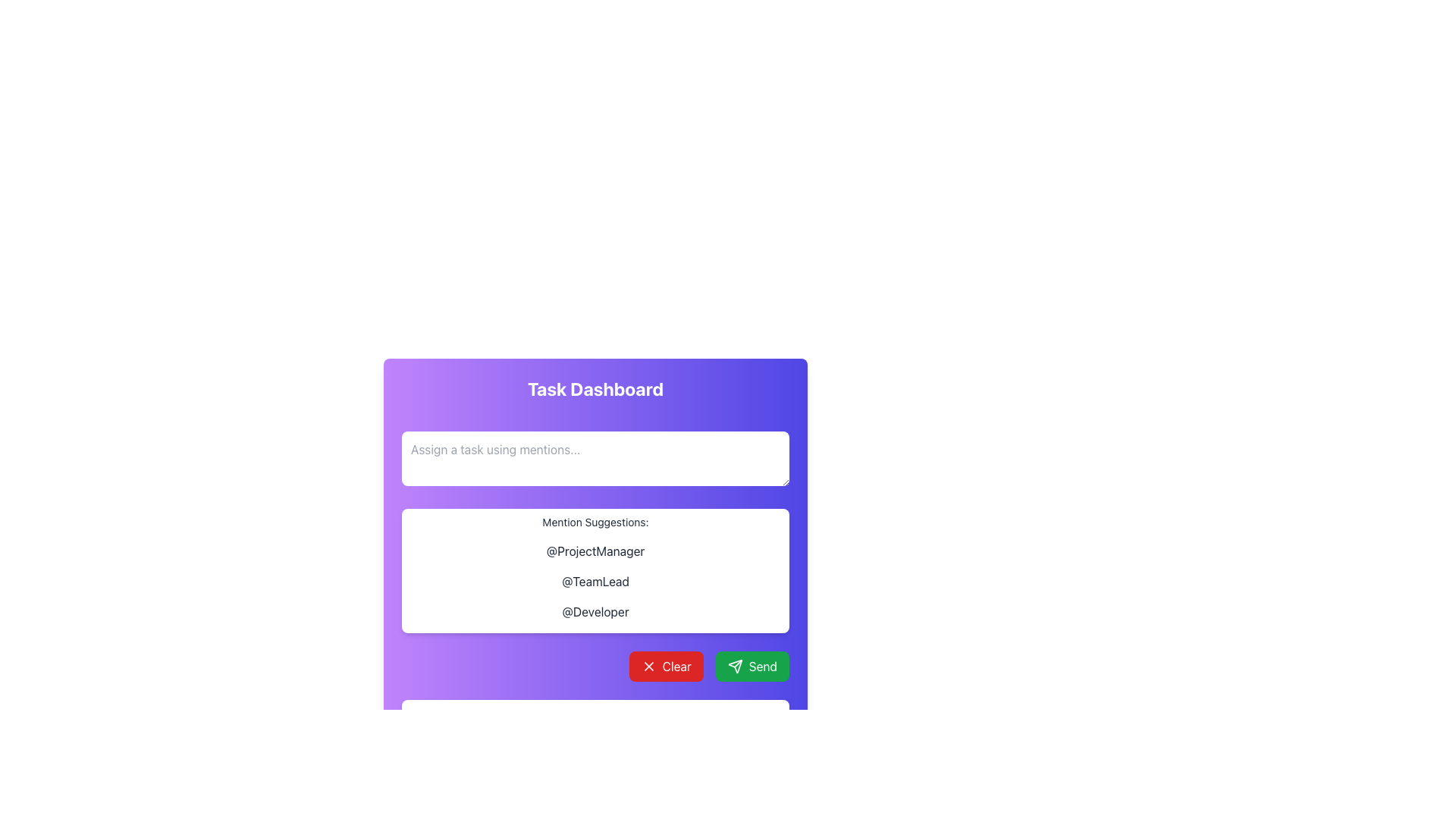 Image resolution: width=1456 pixels, height=819 pixels. Describe the element at coordinates (595, 581) in the screenshot. I see `the second item in the mention suggestions list` at that location.